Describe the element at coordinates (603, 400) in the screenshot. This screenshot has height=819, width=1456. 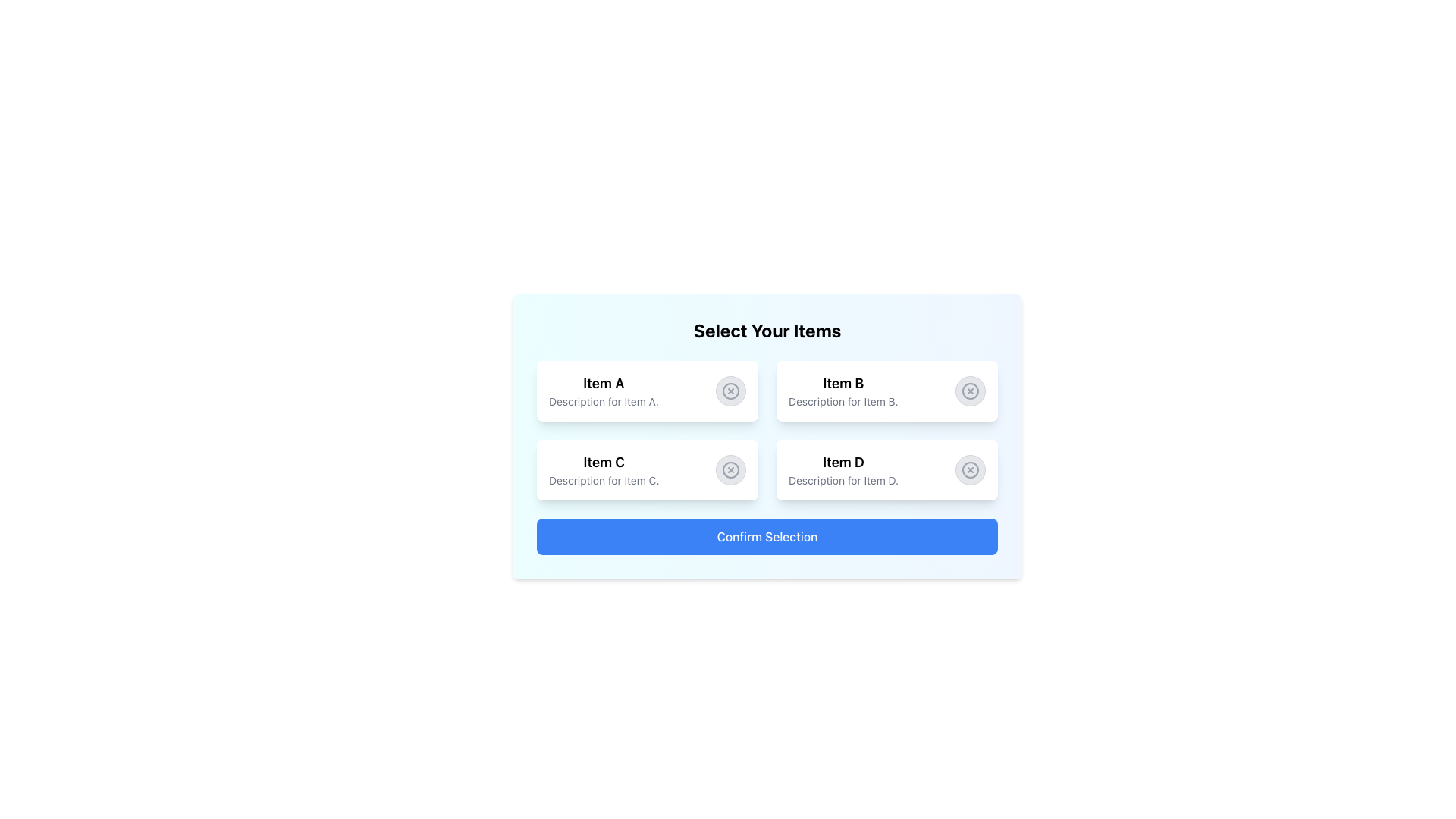
I see `descriptive text located directly below the bold 'Item A' heading in the top-left quadrant of the selection grid, which elaborates on the content or purpose of 'Item A'` at that location.